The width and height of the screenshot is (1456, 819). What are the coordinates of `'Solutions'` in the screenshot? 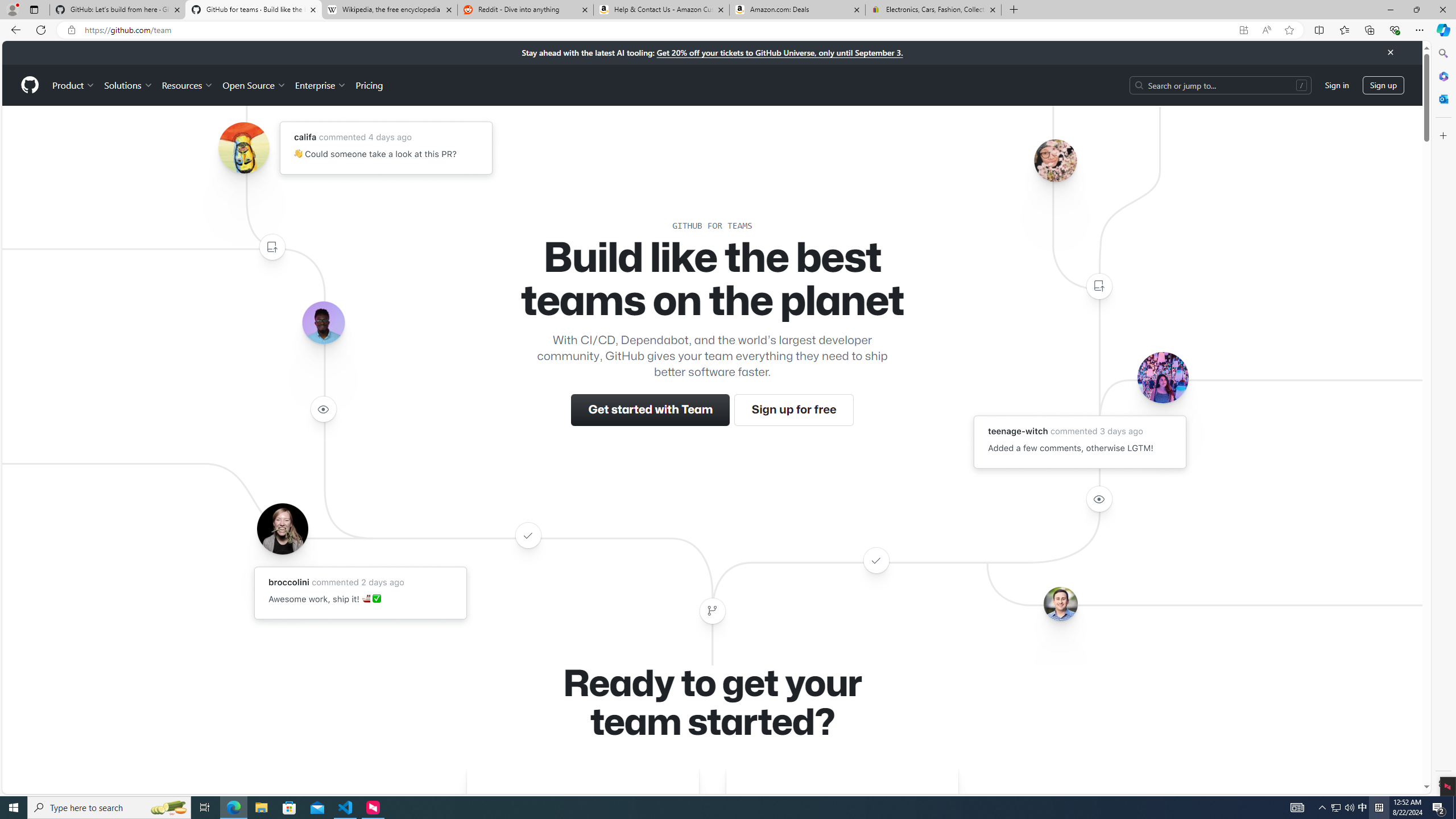 It's located at (127, 85).